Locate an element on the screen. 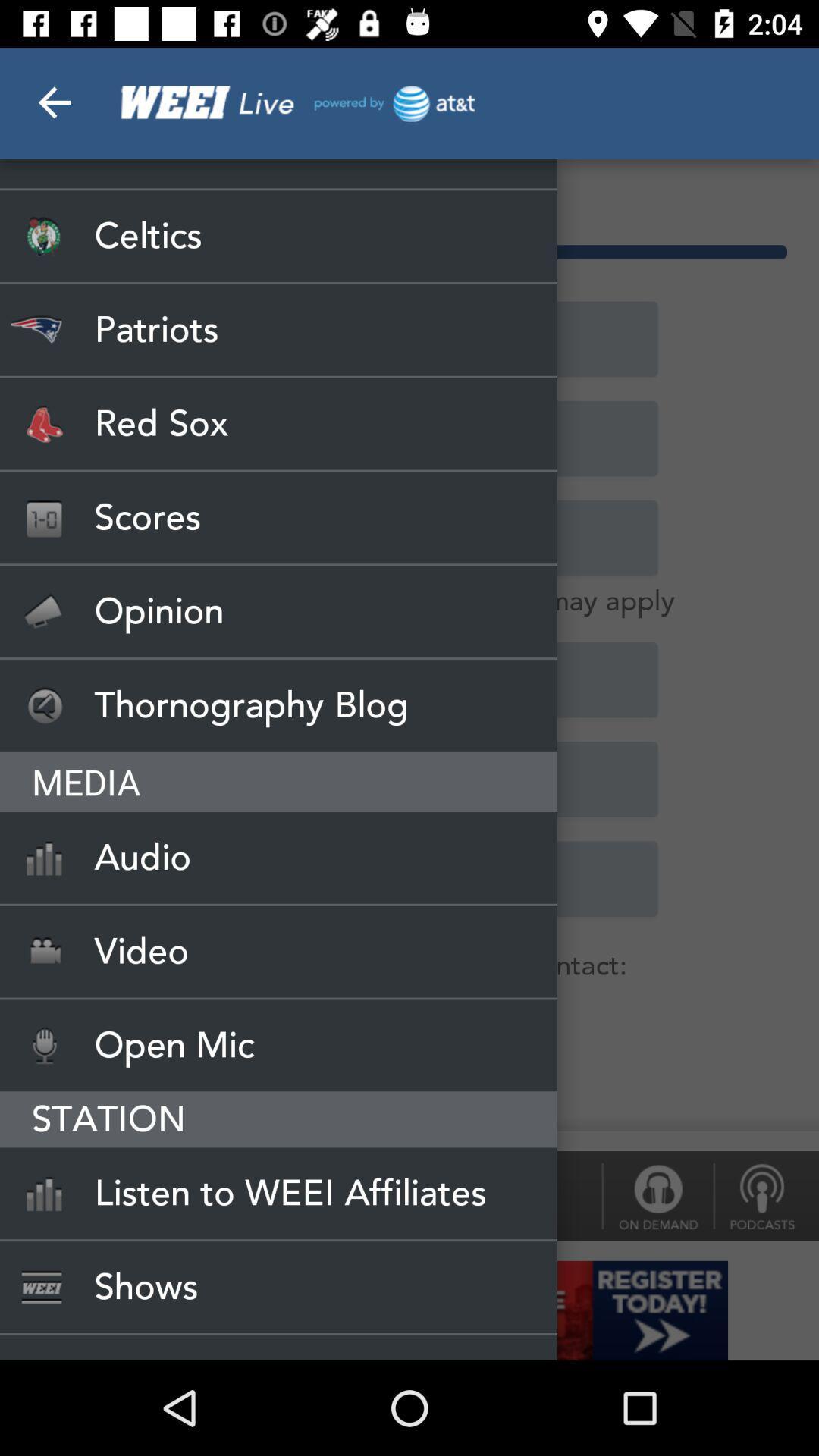 The height and width of the screenshot is (1456, 819). the gift icon is located at coordinates (41, 1195).